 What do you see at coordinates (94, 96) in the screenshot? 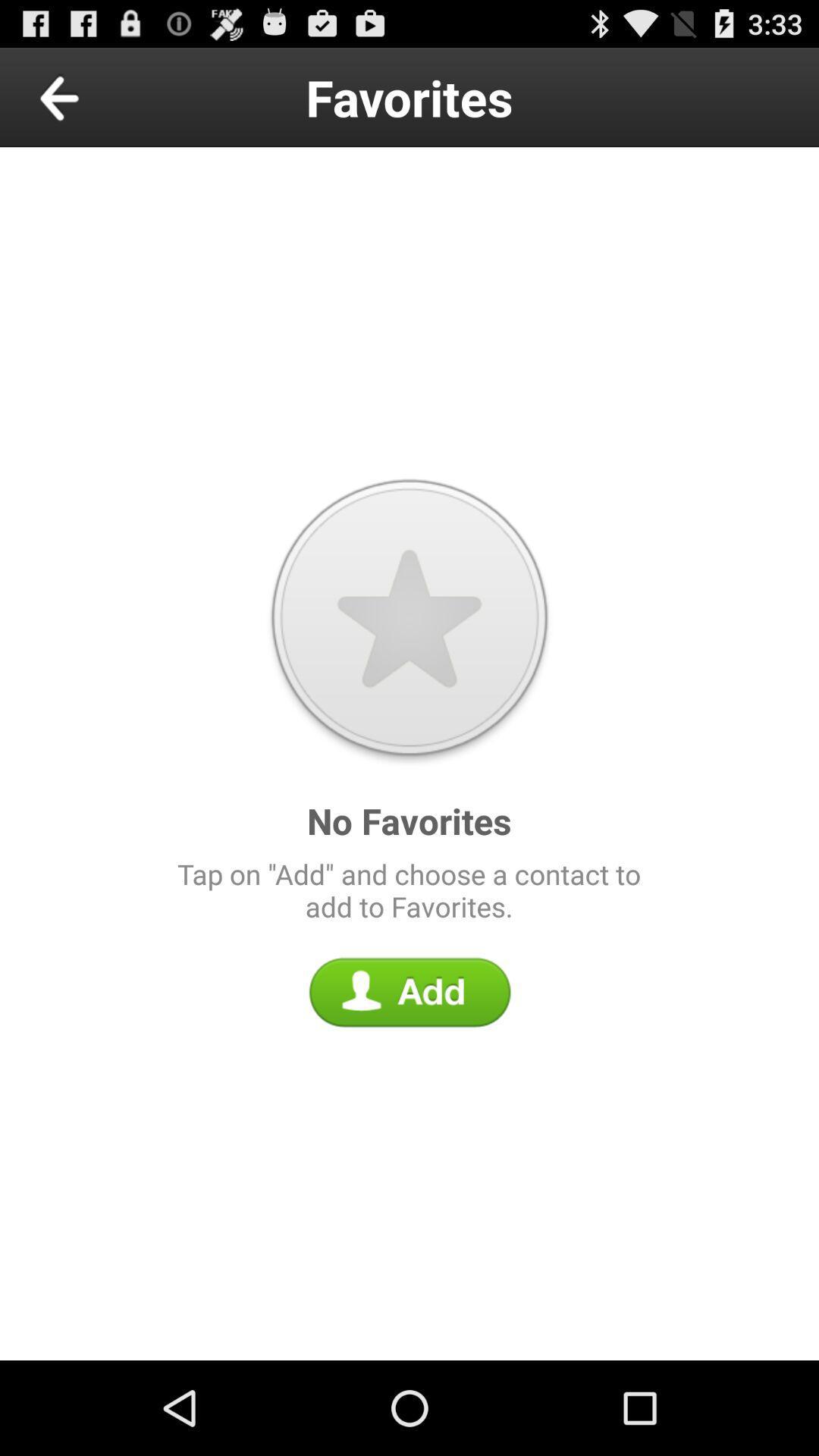
I see `go back` at bounding box center [94, 96].